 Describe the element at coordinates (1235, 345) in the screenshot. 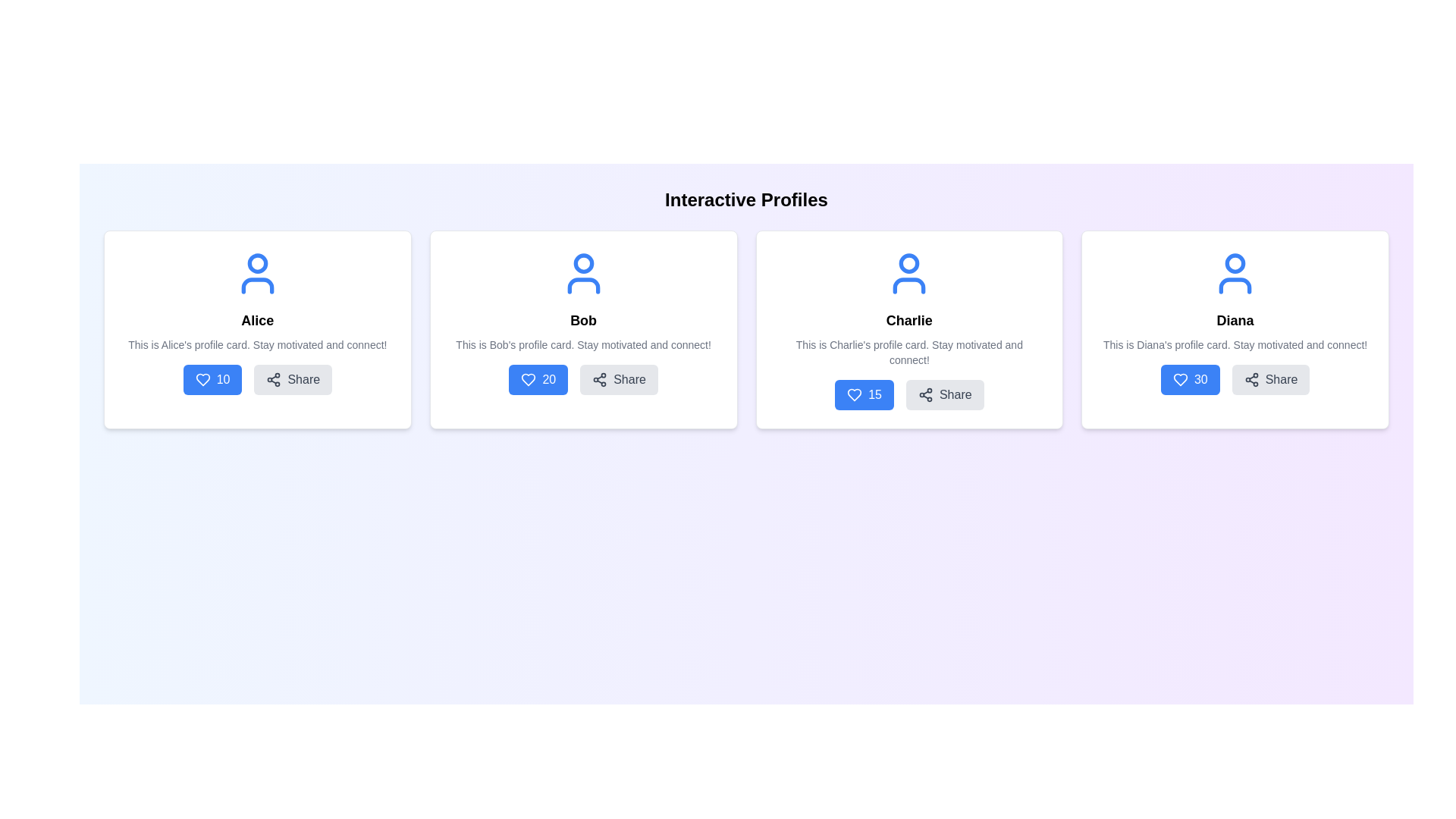

I see `the textual description that contains the phrase 'This is Diana's profile card. Stay motivated and connect!' located centrally below the 'Diana' title in the profile card` at that location.